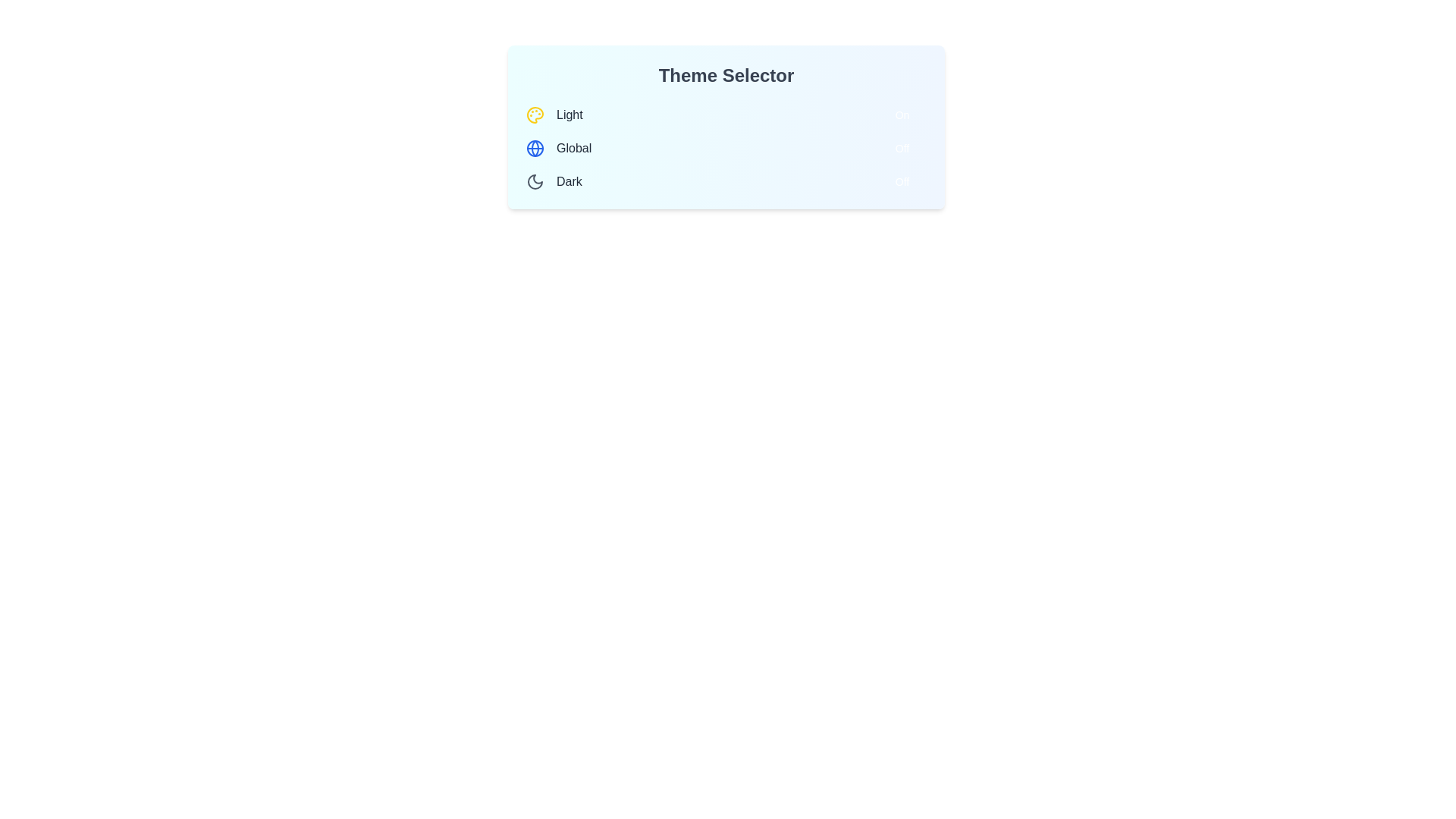 This screenshot has height=819, width=1456. I want to click on the icon of the theme Dark to view it, so click(535, 180).